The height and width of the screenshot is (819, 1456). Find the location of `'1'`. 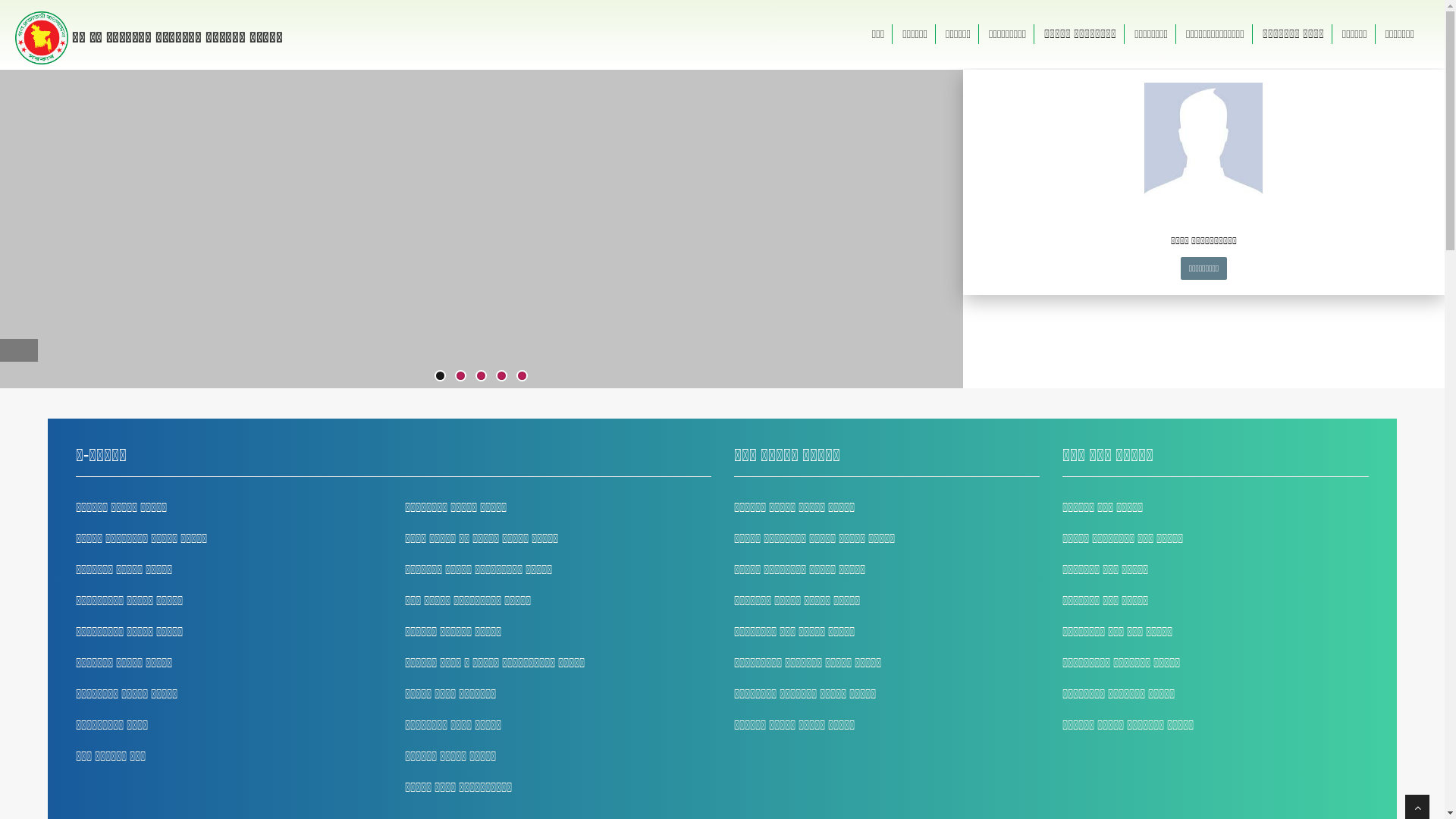

'1' is located at coordinates (439, 375).